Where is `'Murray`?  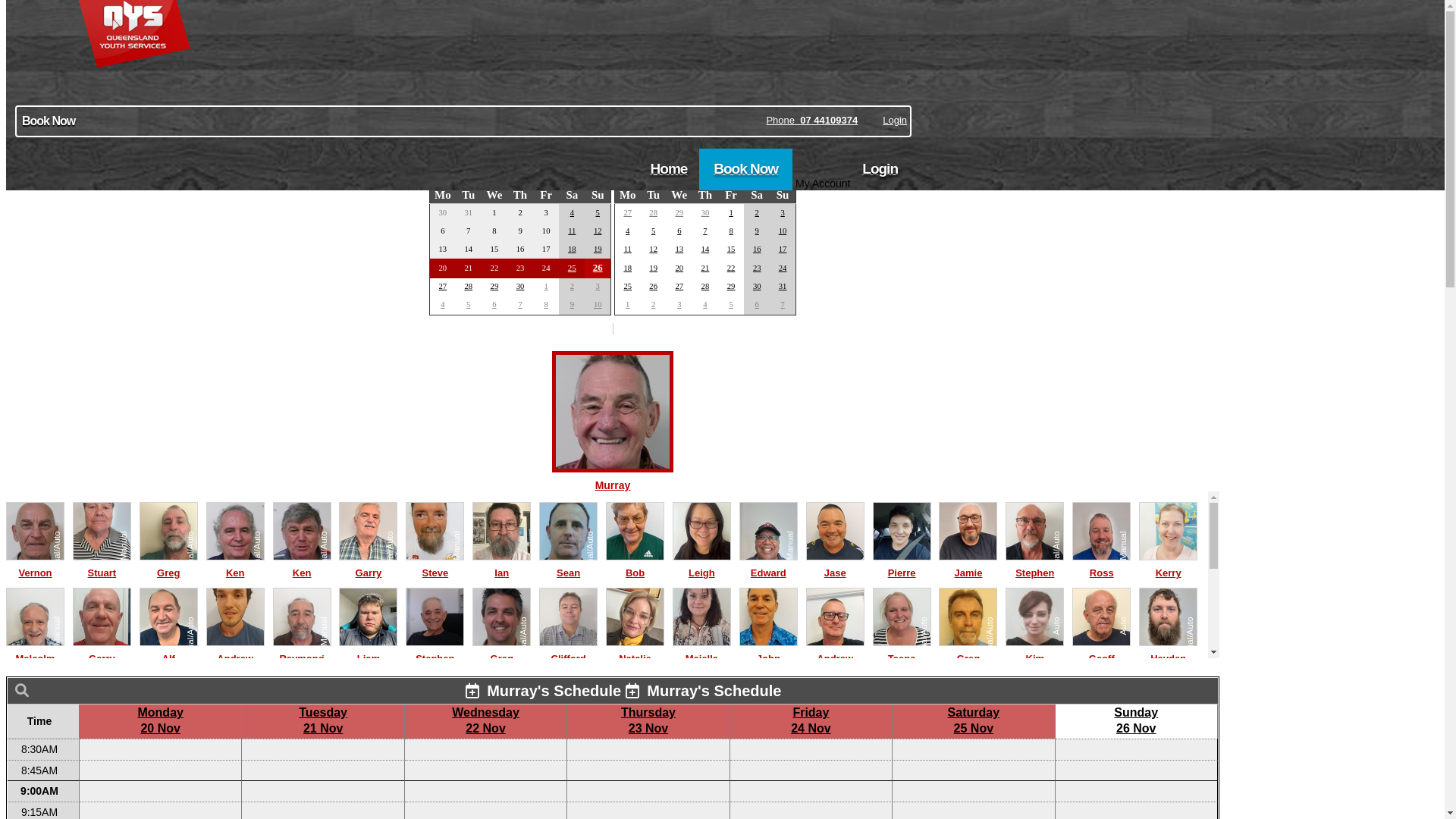 'Murray is located at coordinates (612, 476).